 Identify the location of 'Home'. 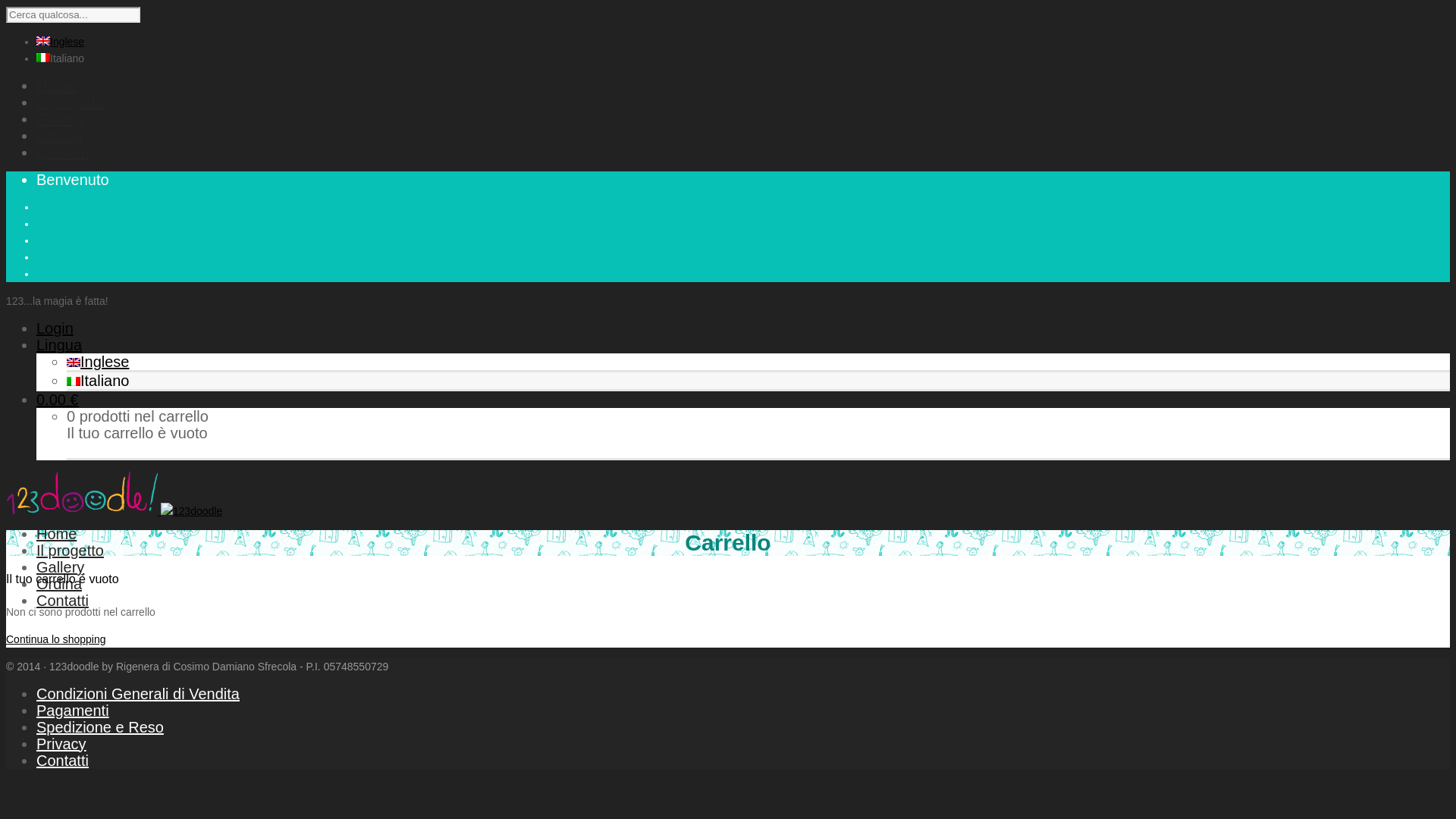
(36, 85).